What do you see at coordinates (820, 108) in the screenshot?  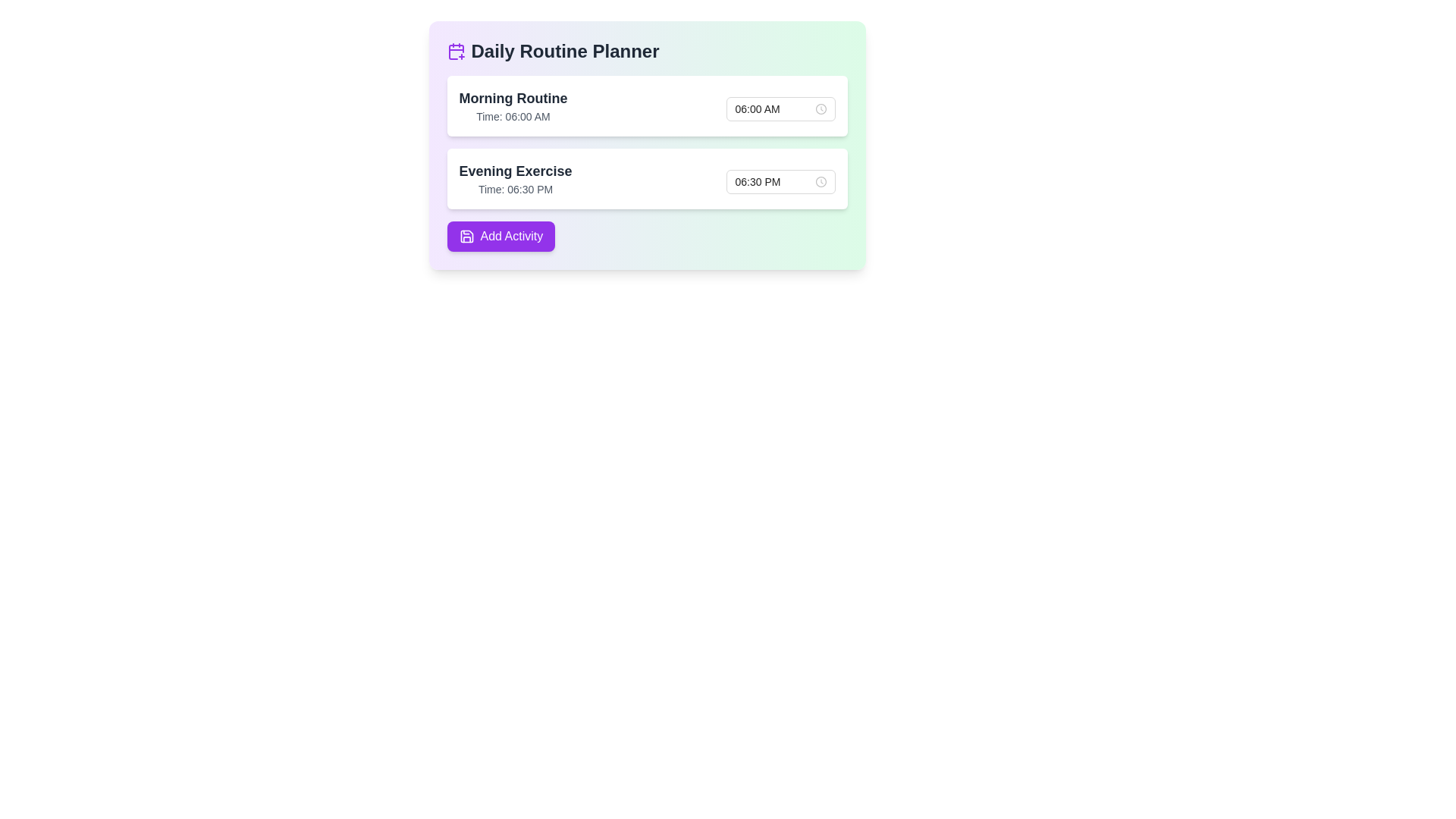 I see `the button with a clock icon located next to the '06:00 AM' input in the 'Morning Routine' section of the 'Daily Routine Planner'` at bounding box center [820, 108].